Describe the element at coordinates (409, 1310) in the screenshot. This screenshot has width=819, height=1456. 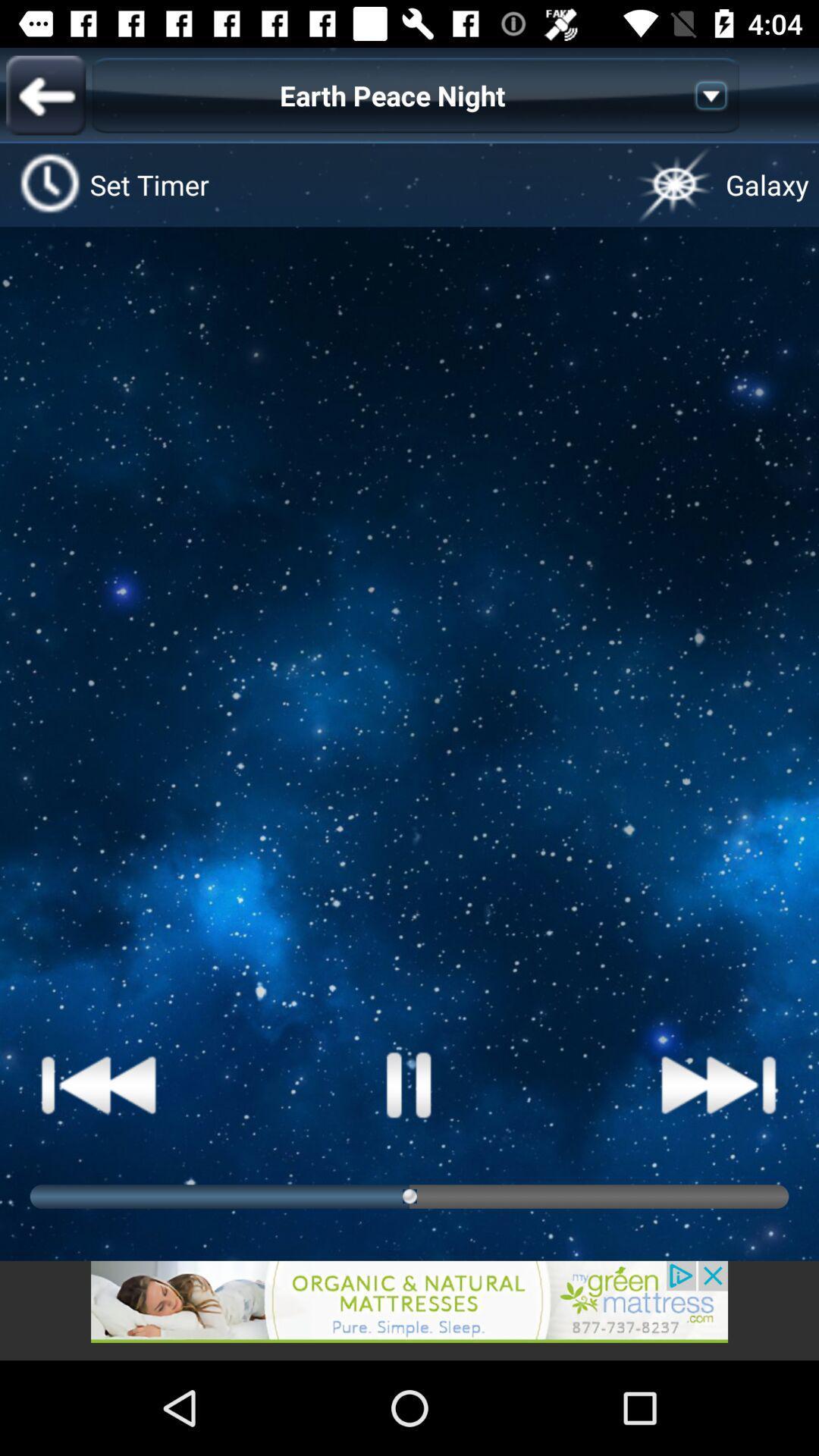
I see `go back` at that location.